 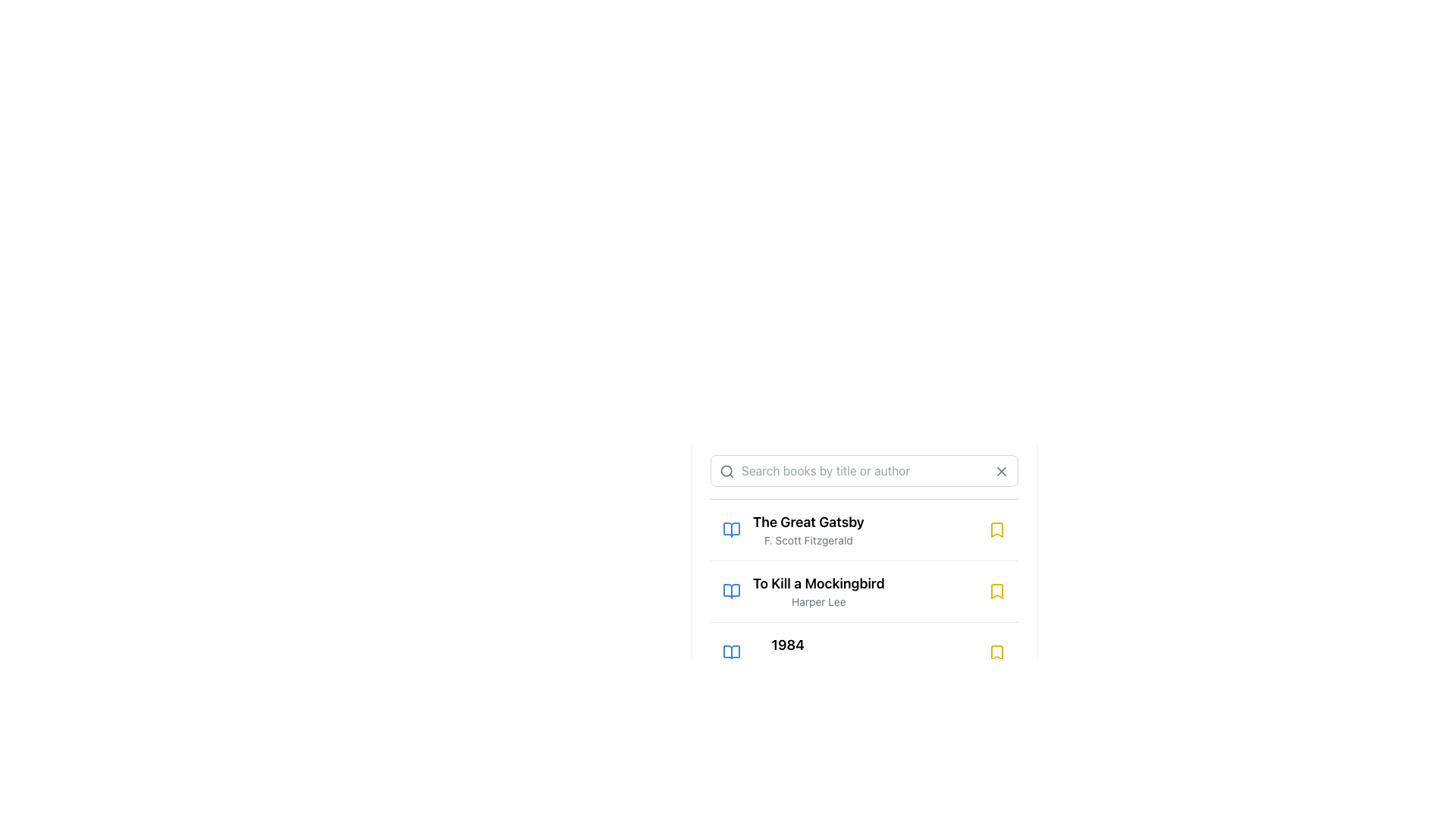 I want to click on the clear button located at the top-right corner of the search bar to observe a color change, so click(x=1001, y=470).